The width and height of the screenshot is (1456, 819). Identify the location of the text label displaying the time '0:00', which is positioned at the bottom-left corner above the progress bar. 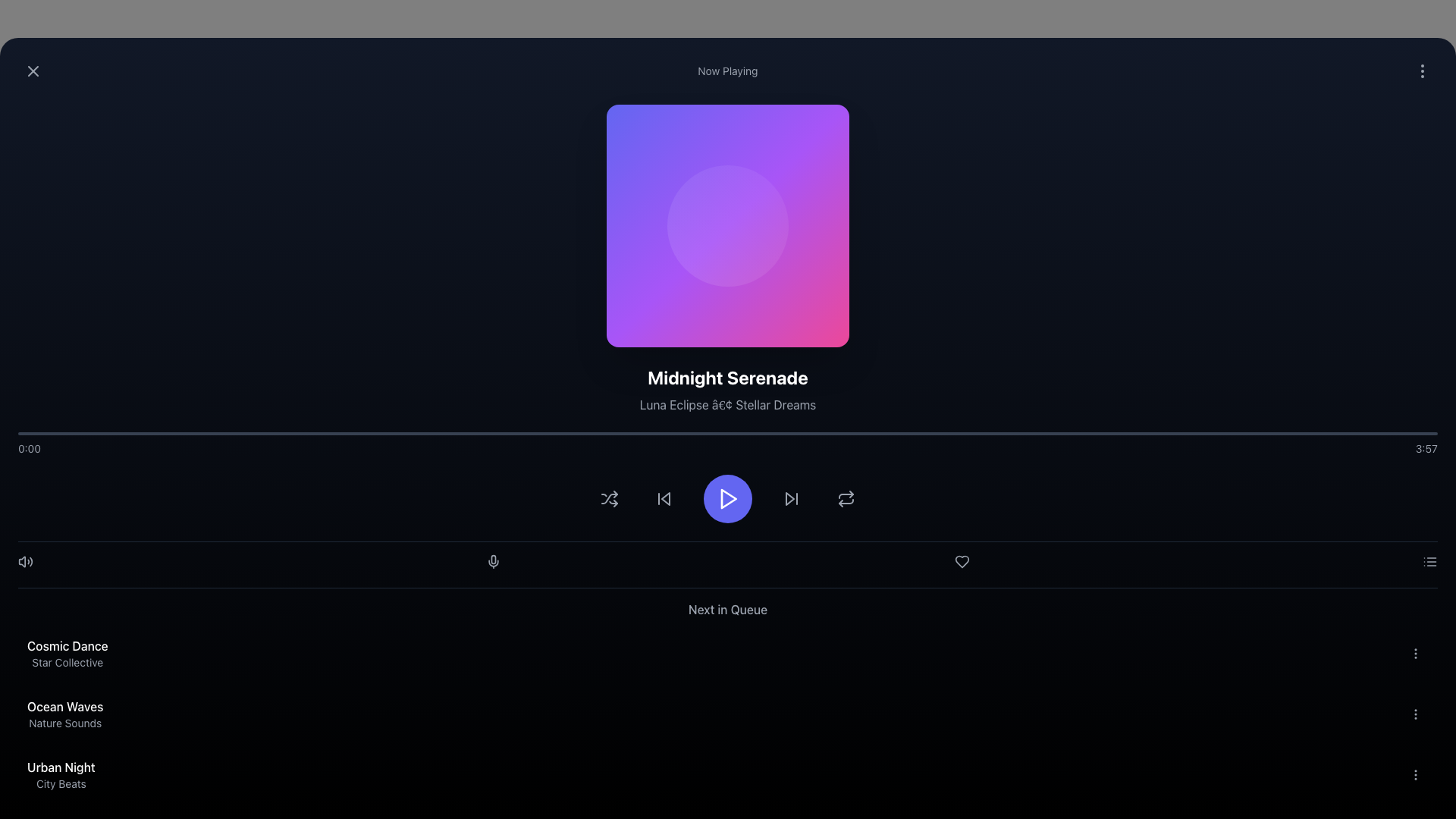
(29, 447).